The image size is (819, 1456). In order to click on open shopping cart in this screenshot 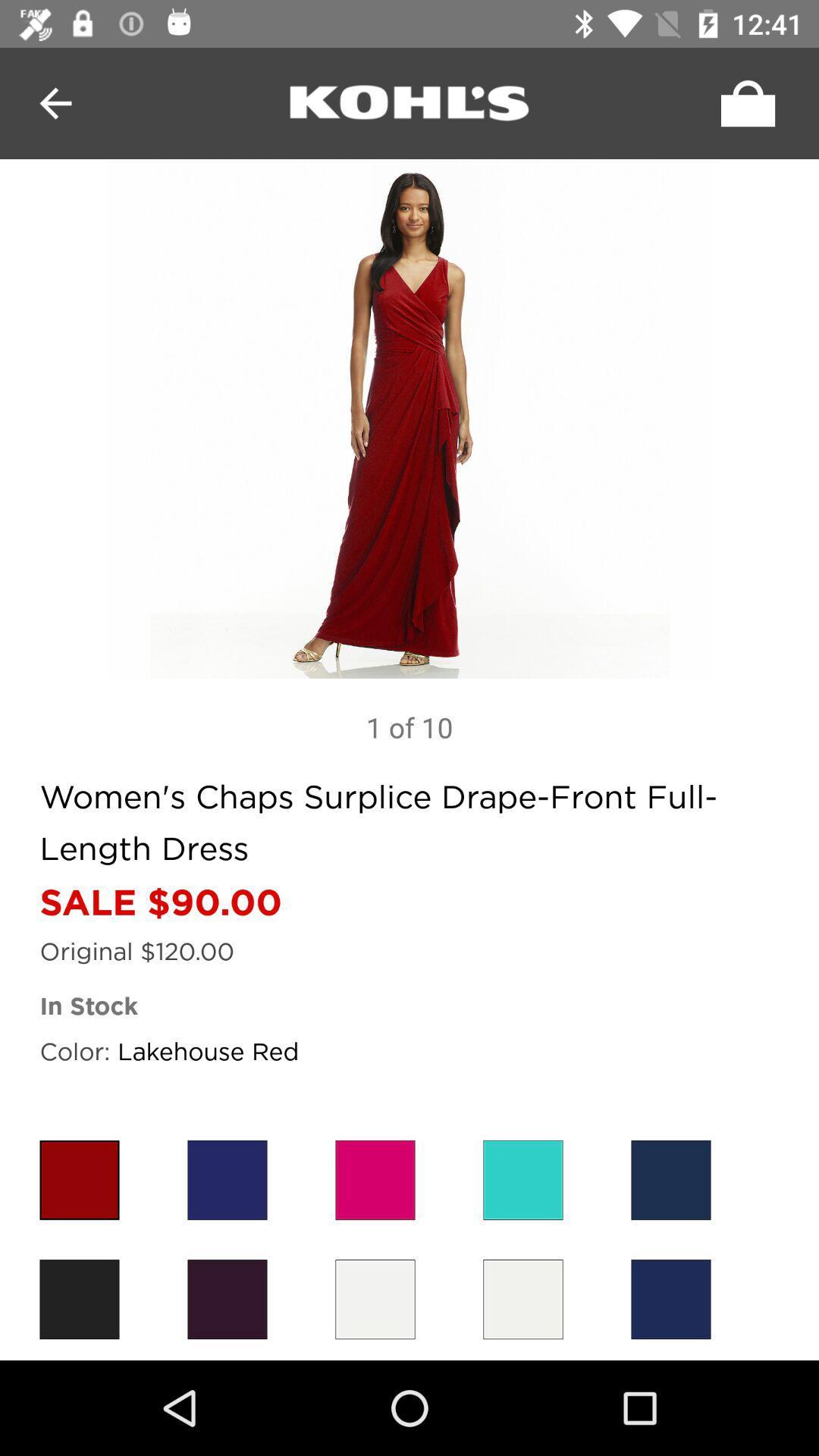, I will do `click(743, 102)`.